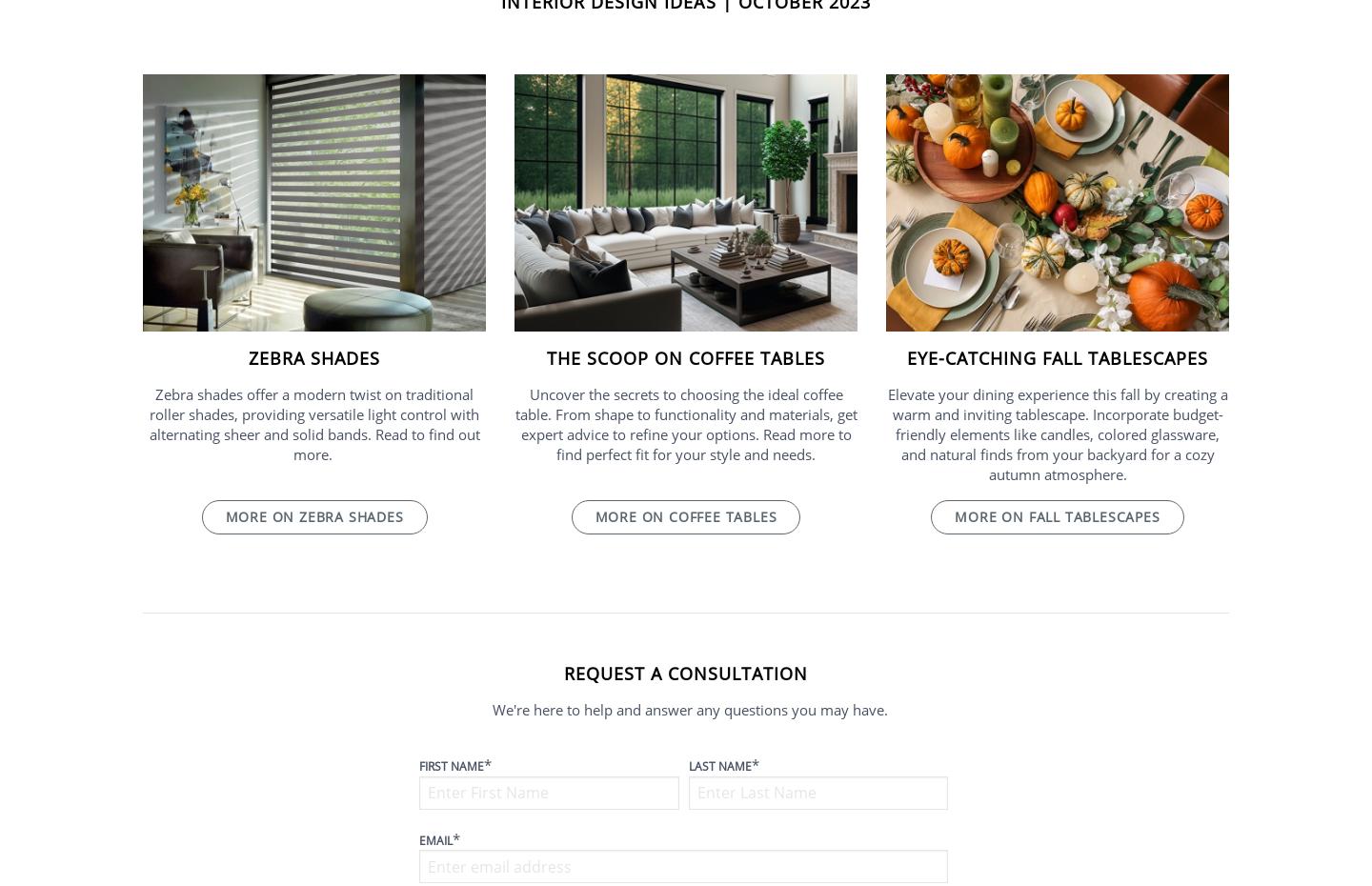  What do you see at coordinates (562, 672) in the screenshot?
I see `'Request a Consultation'` at bounding box center [562, 672].